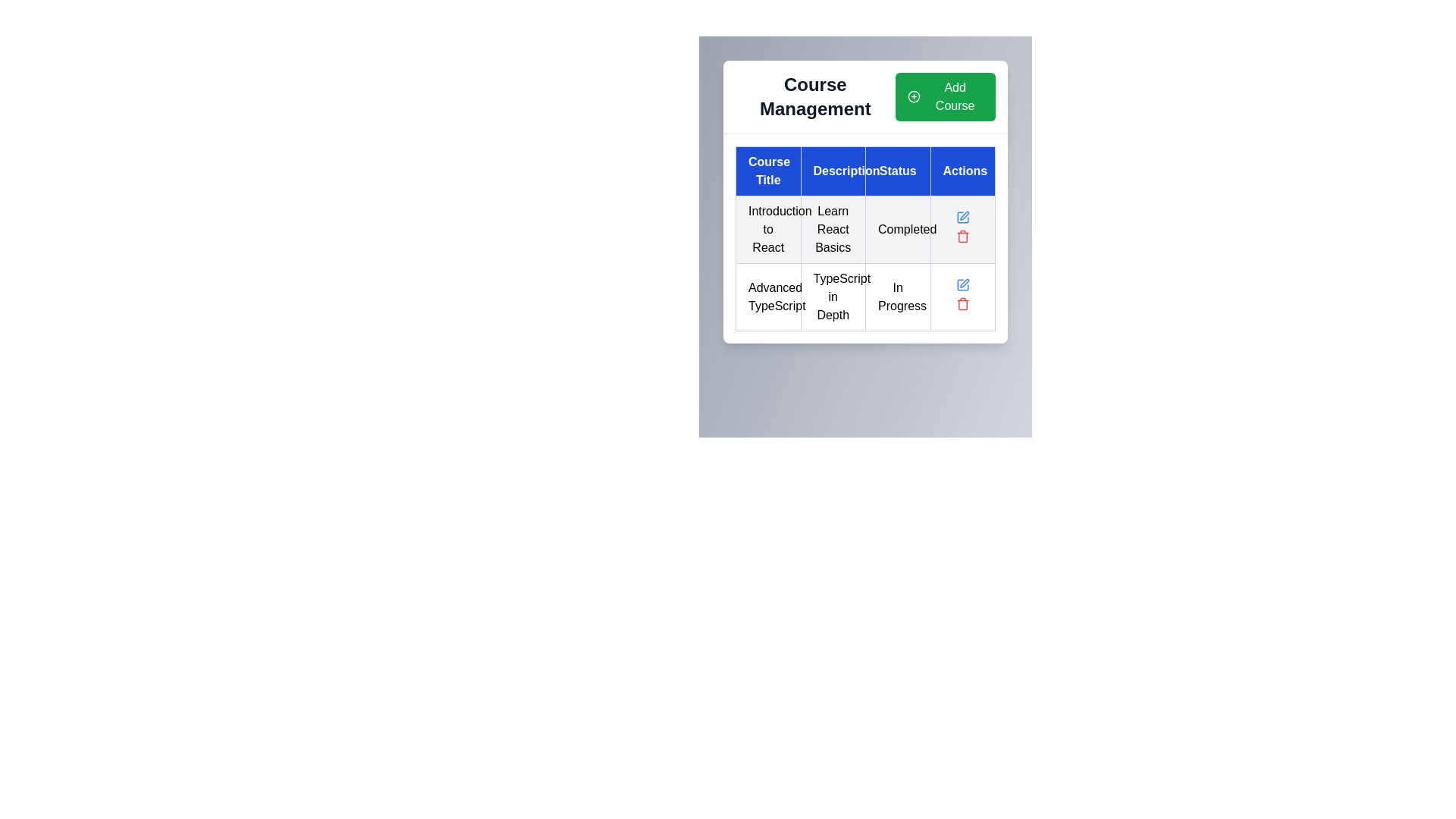 This screenshot has height=819, width=1456. Describe the element at coordinates (768, 297) in the screenshot. I see `the text content displaying the course title 'Advanced TypeScript' located in the 'Course Title' column and second row of the table` at that location.